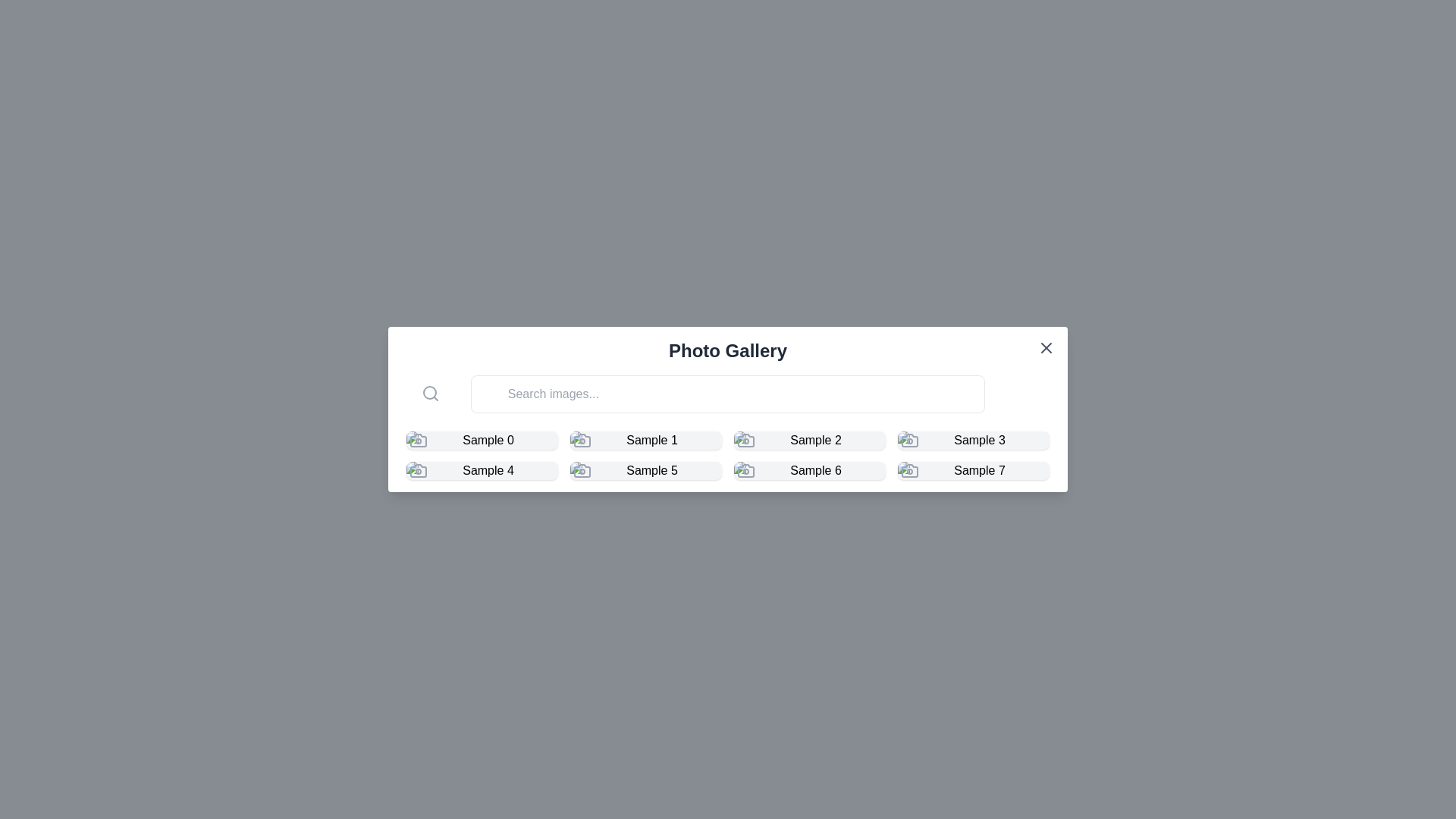  I want to click on the image attachment icon associated with the 'Sample 2' label in the 'Photo Gallery' interface, located in the first column of the second row, so click(745, 441).